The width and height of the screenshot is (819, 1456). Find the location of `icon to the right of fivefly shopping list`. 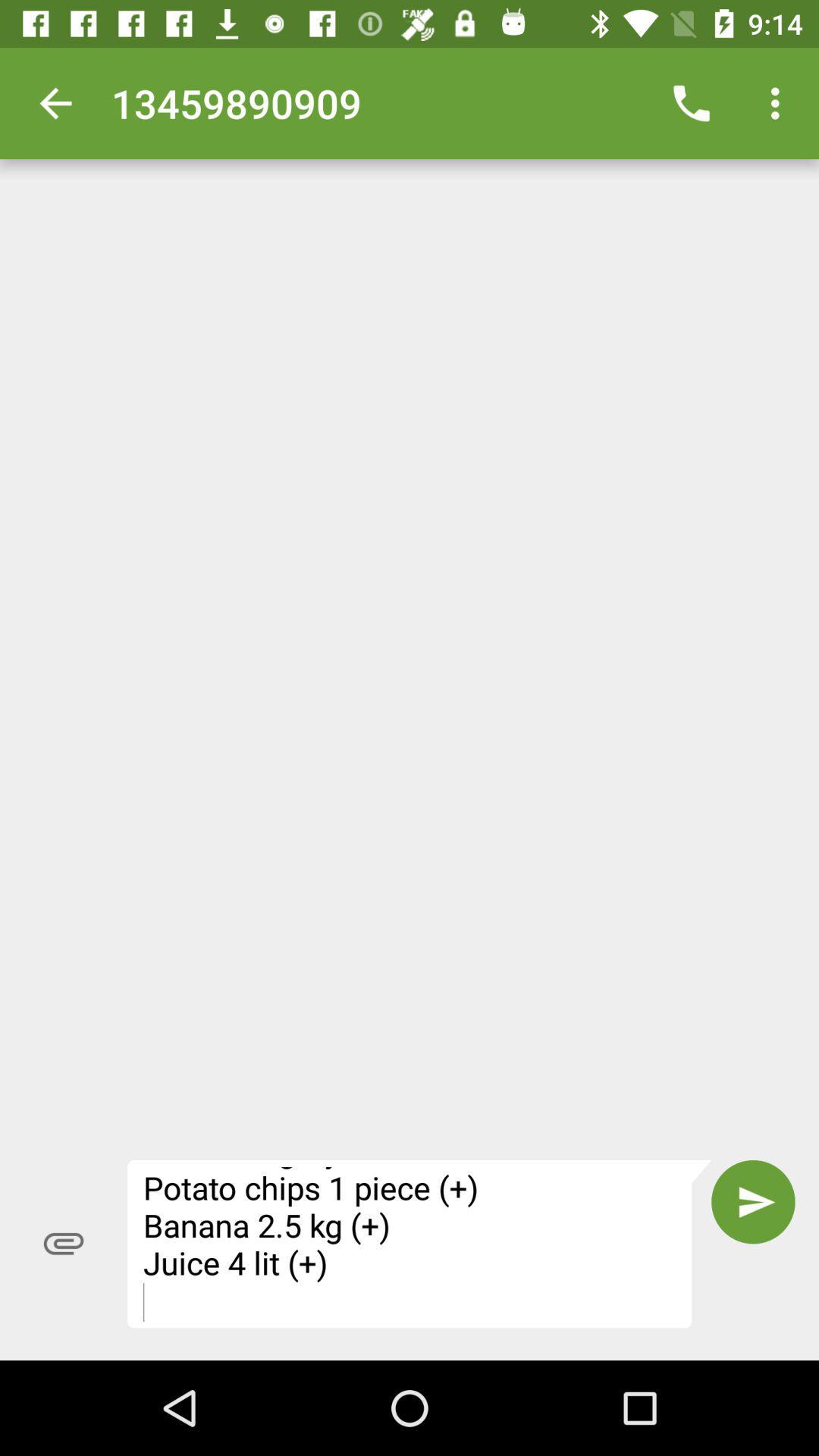

icon to the right of fivefly shopping list is located at coordinates (753, 1201).